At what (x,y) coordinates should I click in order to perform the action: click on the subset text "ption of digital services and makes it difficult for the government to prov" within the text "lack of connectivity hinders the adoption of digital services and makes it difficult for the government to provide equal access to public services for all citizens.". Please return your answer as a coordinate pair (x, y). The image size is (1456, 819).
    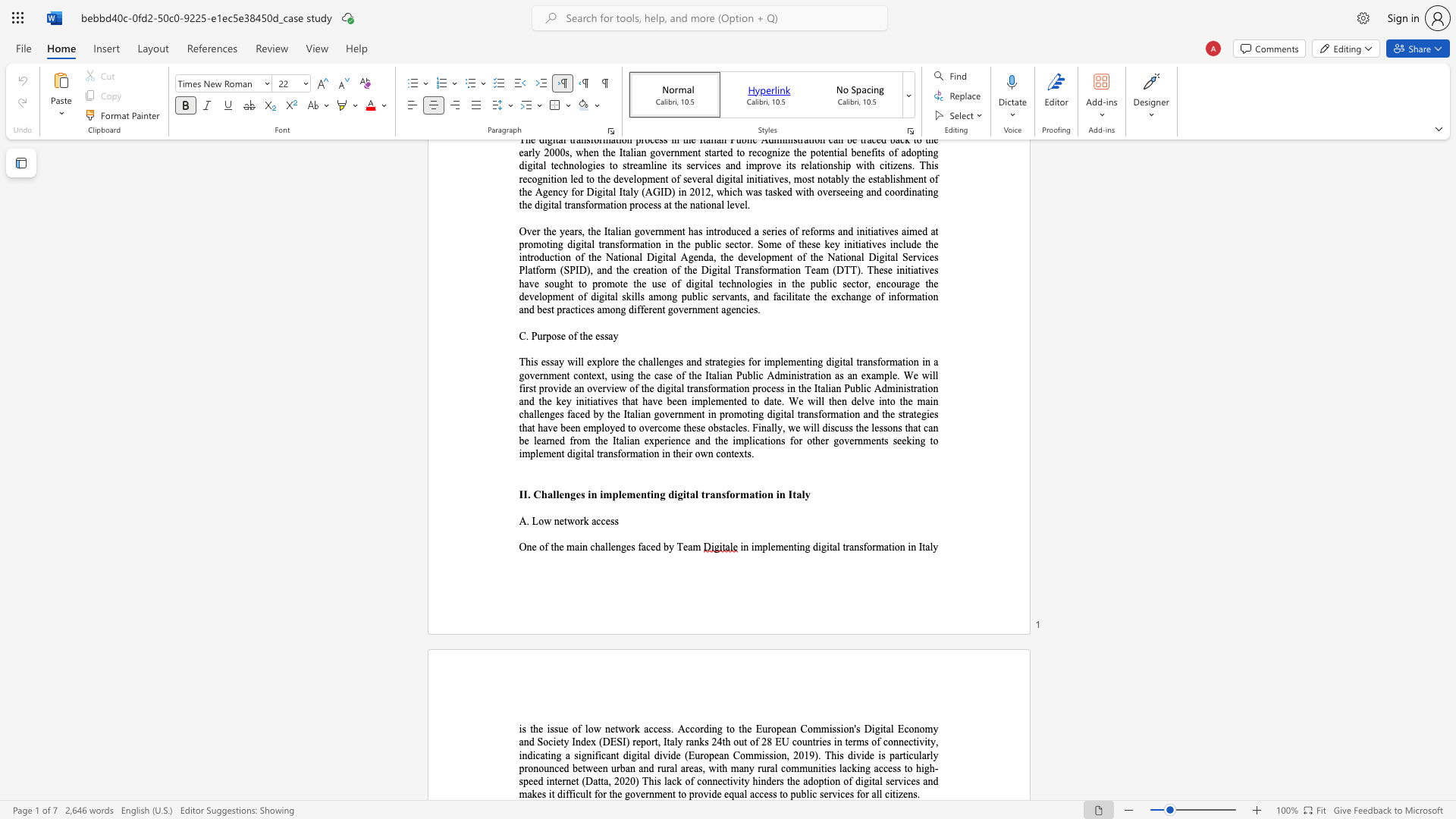
    Looking at the image, I should click on (817, 781).